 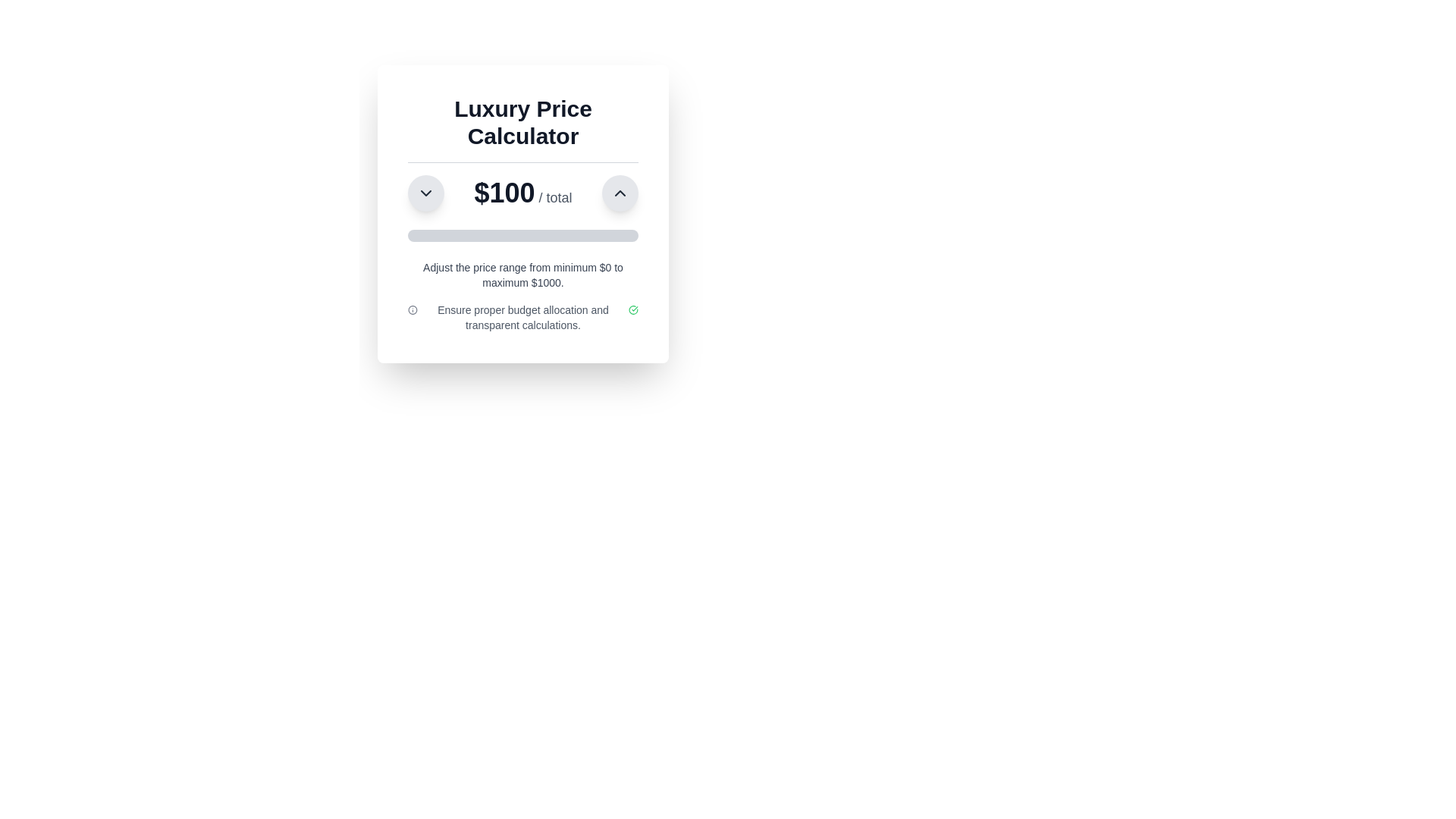 I want to click on the SVG icon of an upward chevron, which is centered within a circular button located near the upper-right corner of the button, so click(x=620, y=192).